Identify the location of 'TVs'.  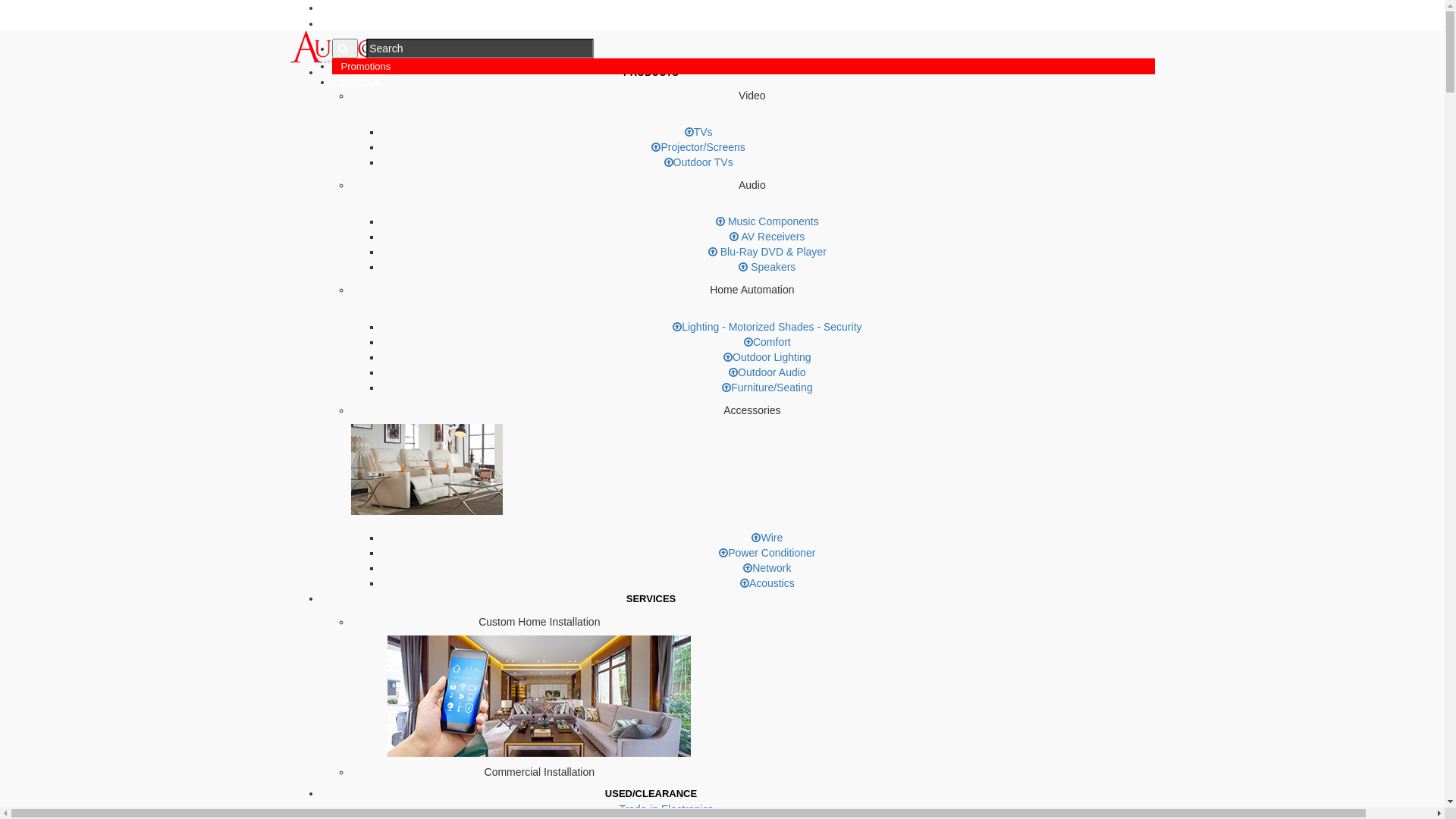
(683, 130).